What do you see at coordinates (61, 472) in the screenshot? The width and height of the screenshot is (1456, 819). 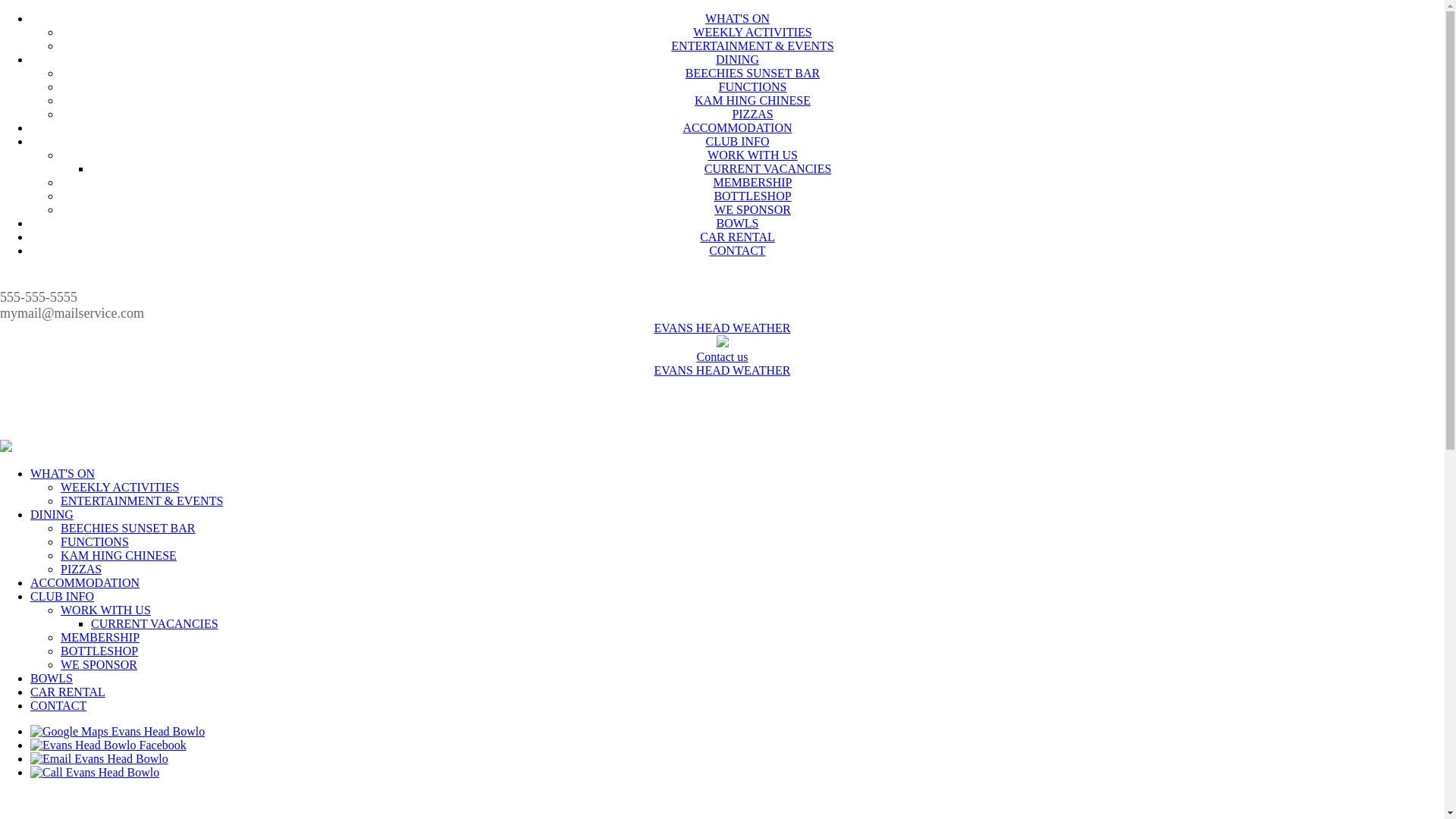 I see `'WHAT'S ON'` at bounding box center [61, 472].